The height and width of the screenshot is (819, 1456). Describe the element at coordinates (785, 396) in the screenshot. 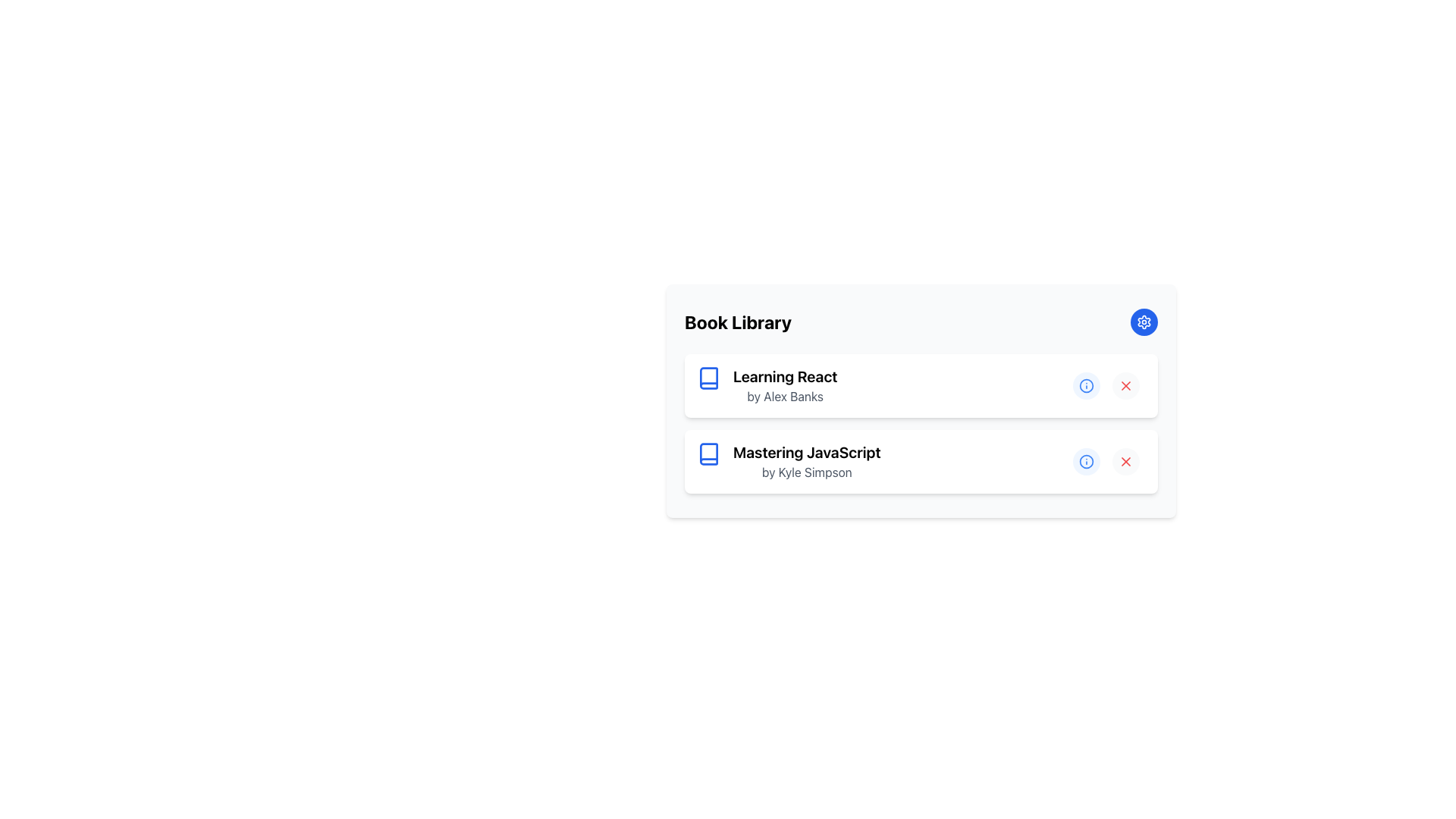

I see `the text label that reads 'by Alex Banks', which is styled in a muted gray color scheme and located directly below the 'Learning React' title` at that location.